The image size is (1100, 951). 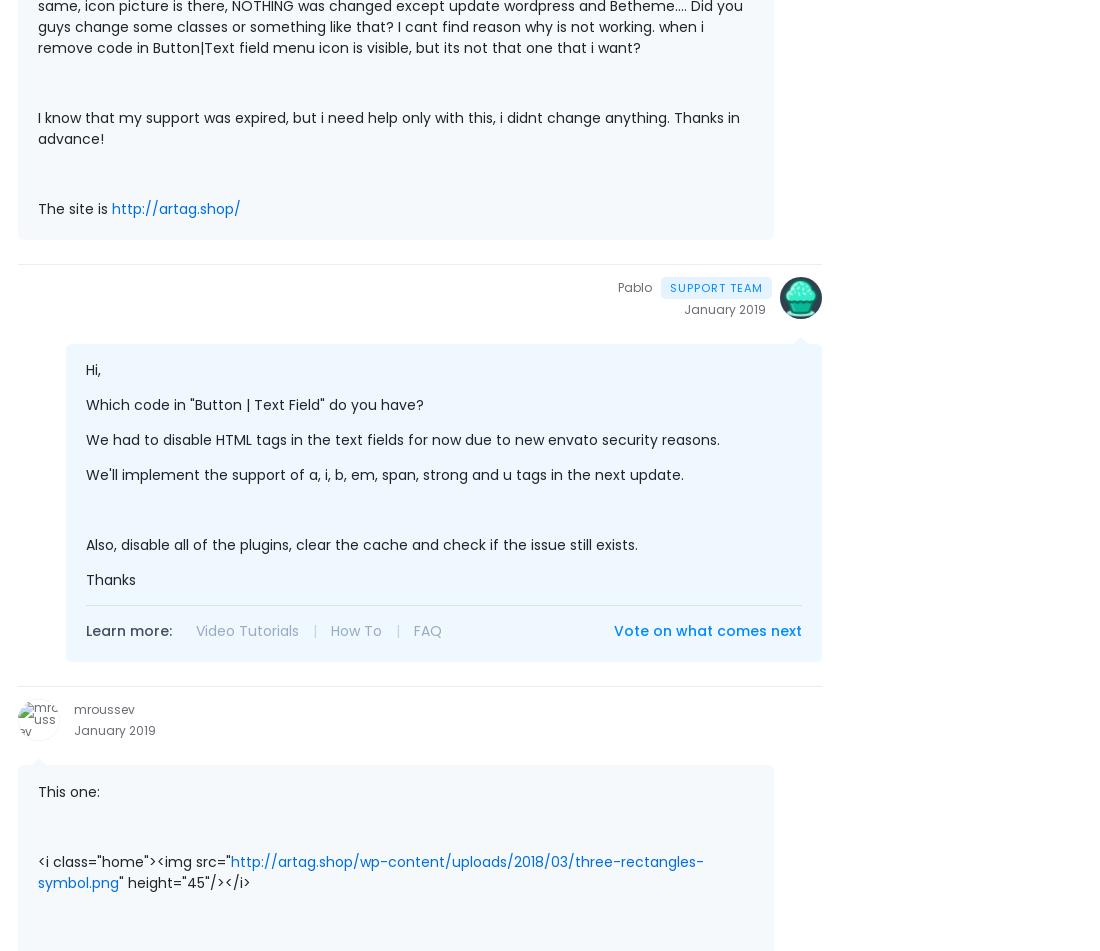 What do you see at coordinates (129, 629) in the screenshot?
I see `'Learn more:'` at bounding box center [129, 629].